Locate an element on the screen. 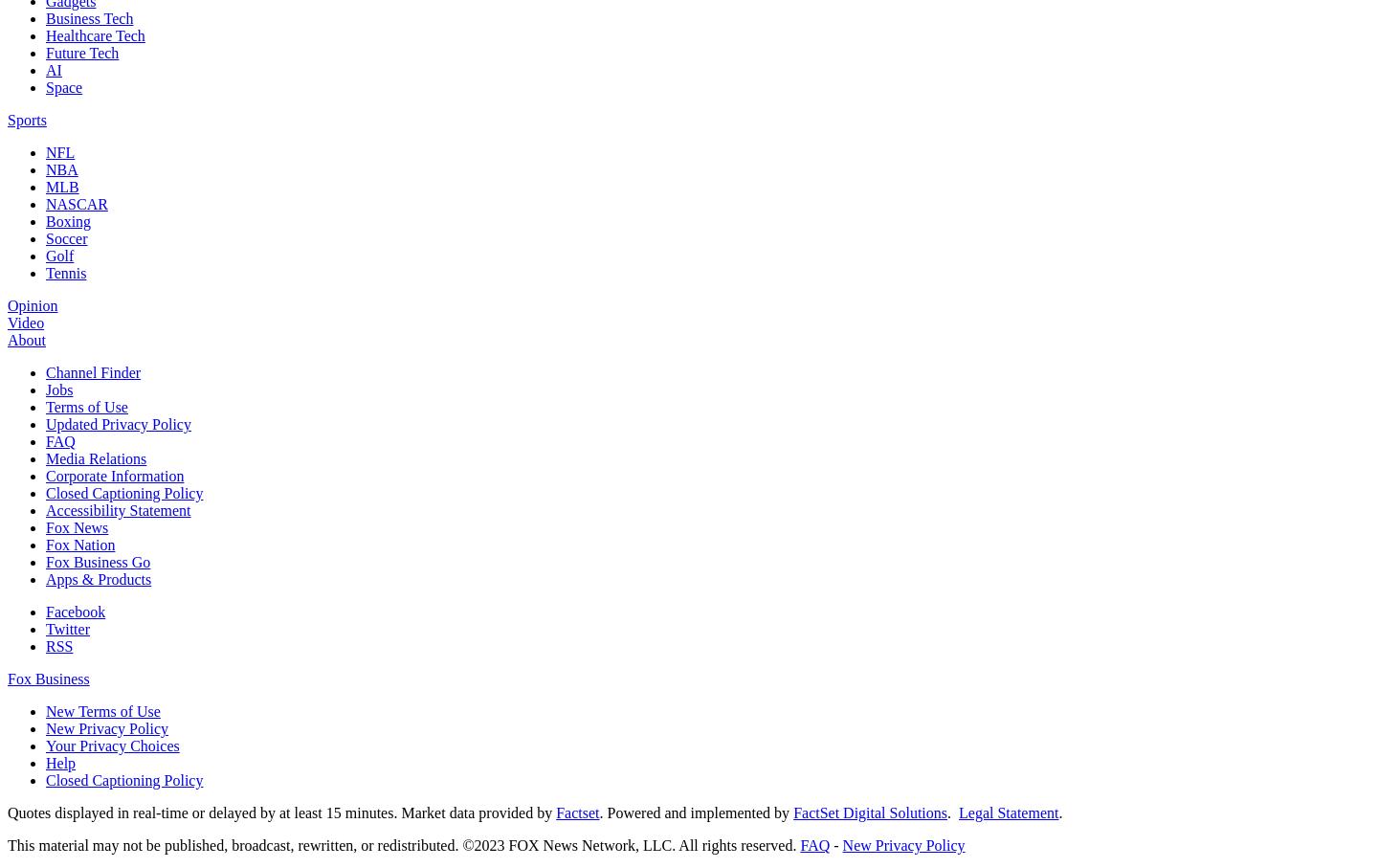  'Jobs' is located at coordinates (59, 389).